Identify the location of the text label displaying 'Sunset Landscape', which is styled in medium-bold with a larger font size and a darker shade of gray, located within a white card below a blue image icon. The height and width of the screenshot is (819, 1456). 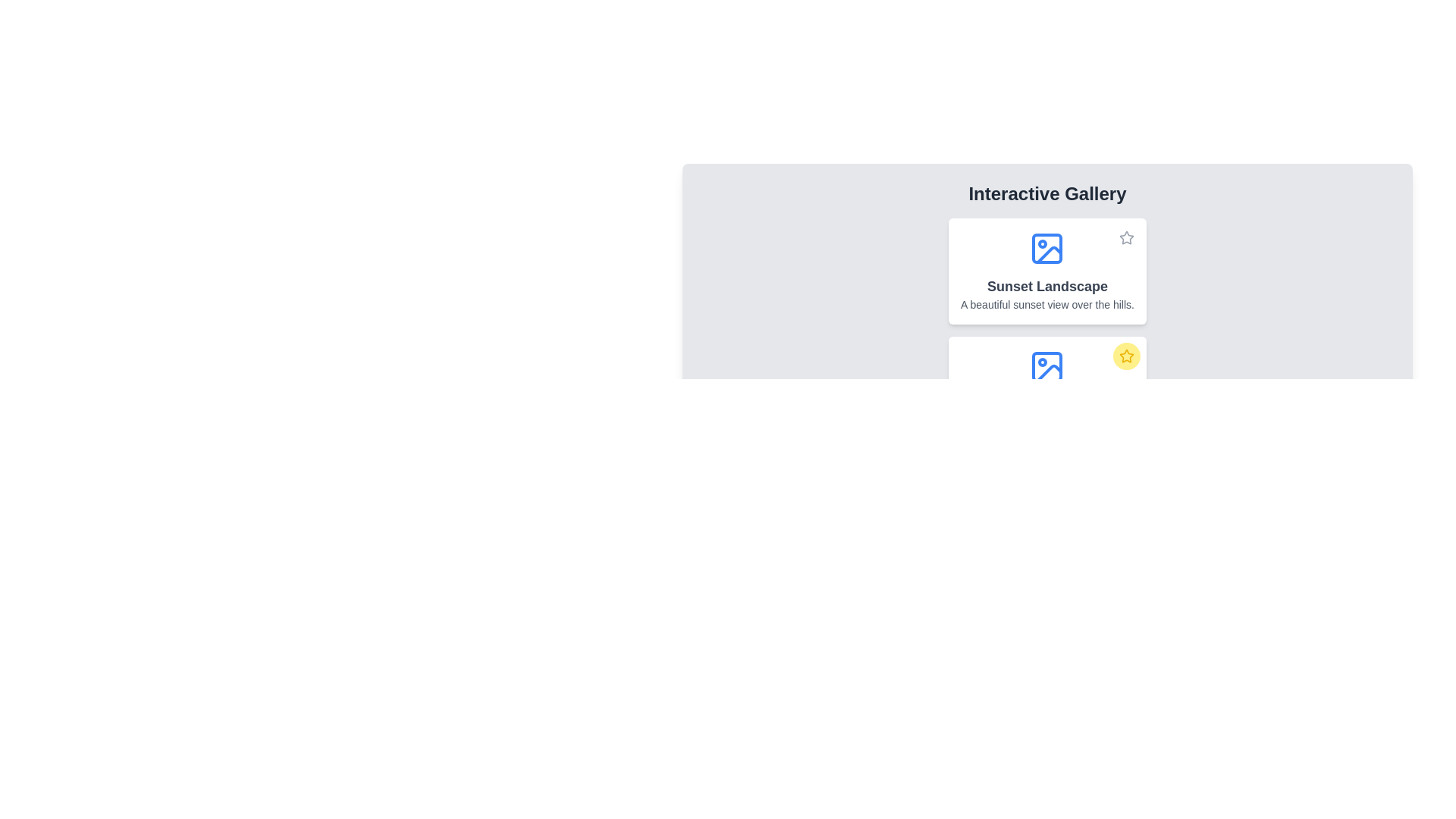
(1046, 287).